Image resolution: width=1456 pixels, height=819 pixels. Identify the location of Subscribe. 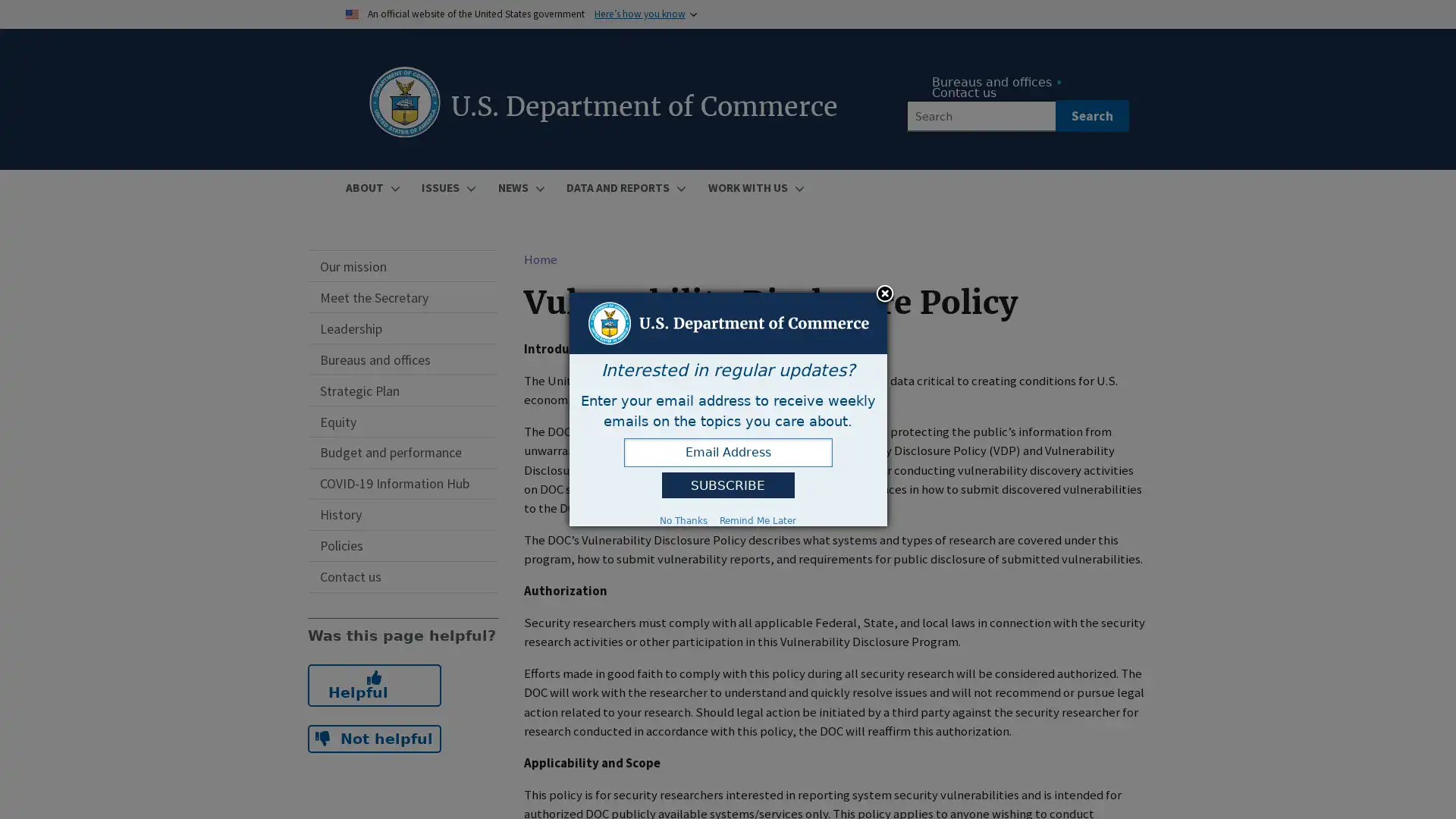
(726, 485).